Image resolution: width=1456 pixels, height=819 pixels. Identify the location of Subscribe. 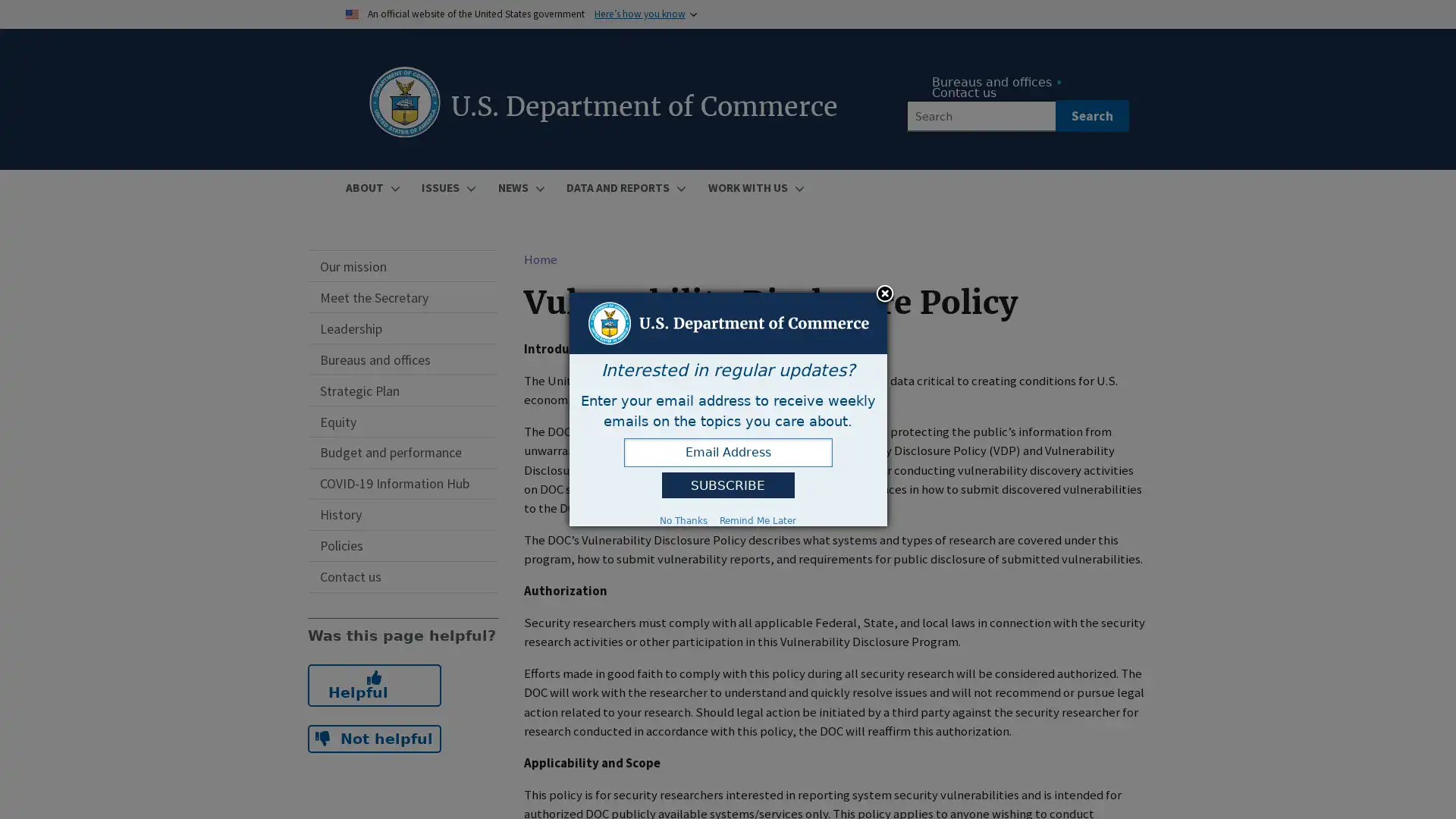
(726, 485).